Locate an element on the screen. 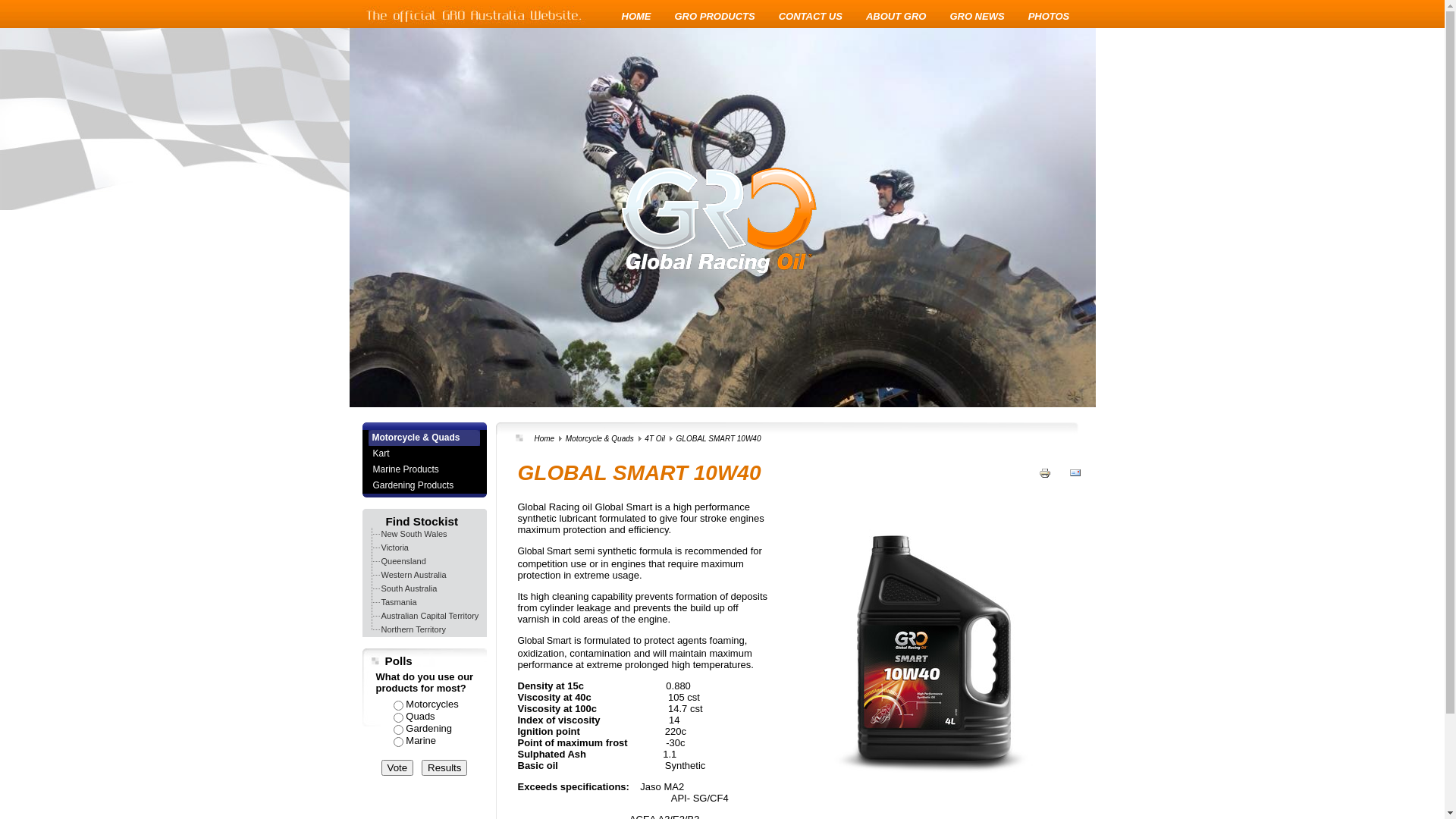 This screenshot has width=1456, height=819. 'South Australia' is located at coordinates (378, 587).